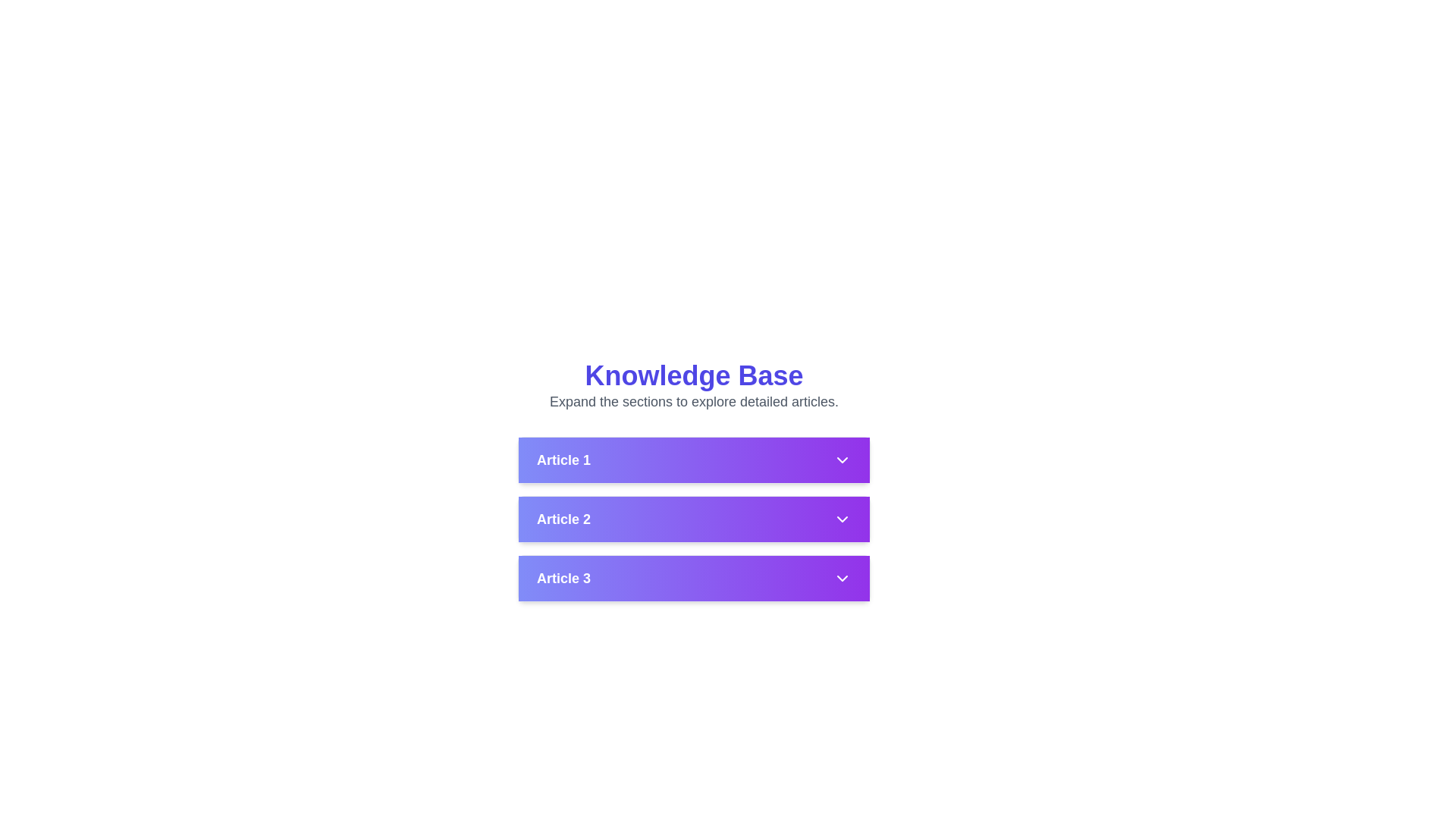 This screenshot has height=819, width=1456. What do you see at coordinates (563, 519) in the screenshot?
I see `the text label displaying 'Article 2', which is styled in a large, bold, white font on a gradient background, to emphasize it` at bounding box center [563, 519].